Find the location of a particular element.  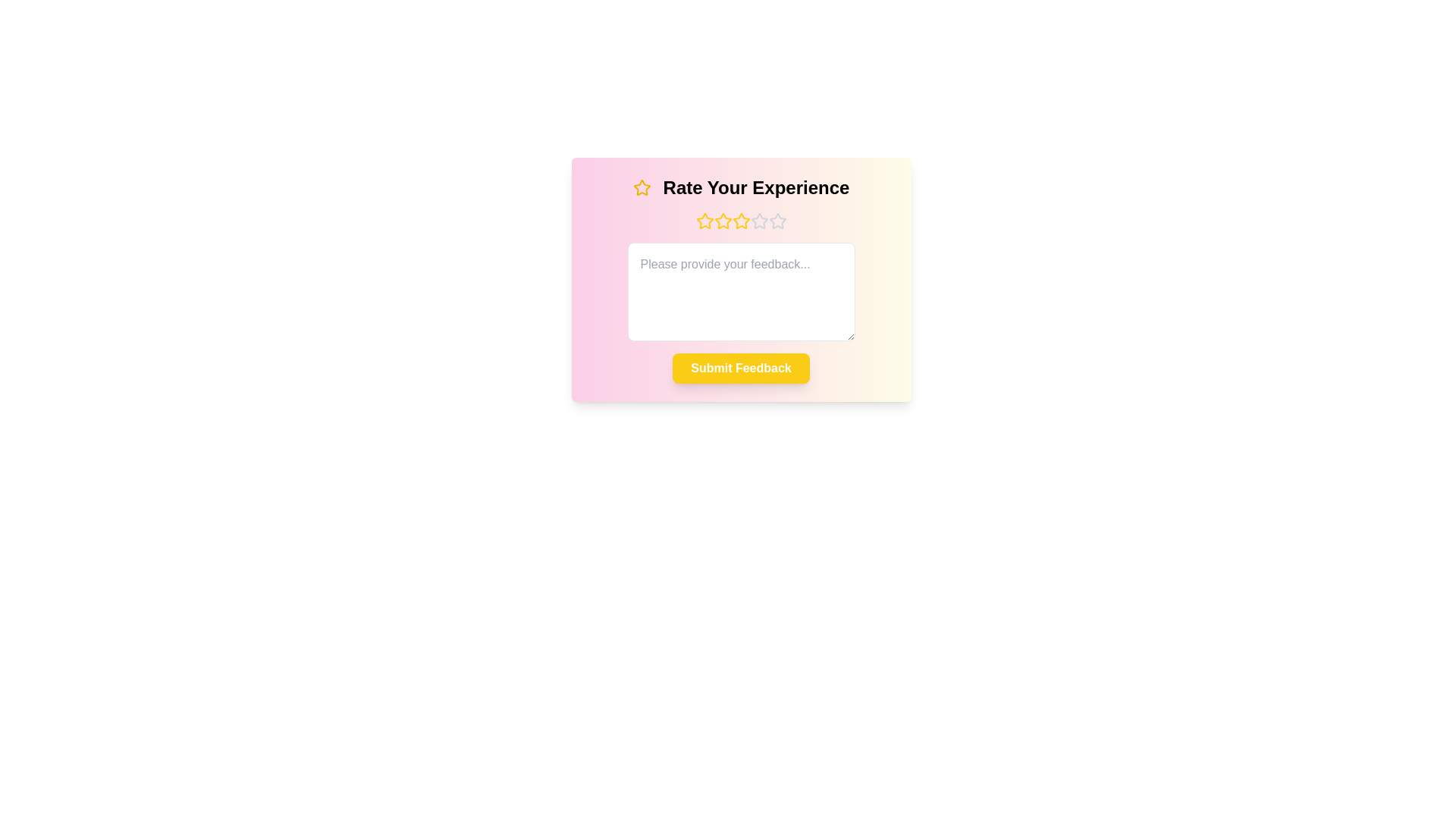

the rating to 1 stars by clicking on the corresponding star is located at coordinates (704, 221).